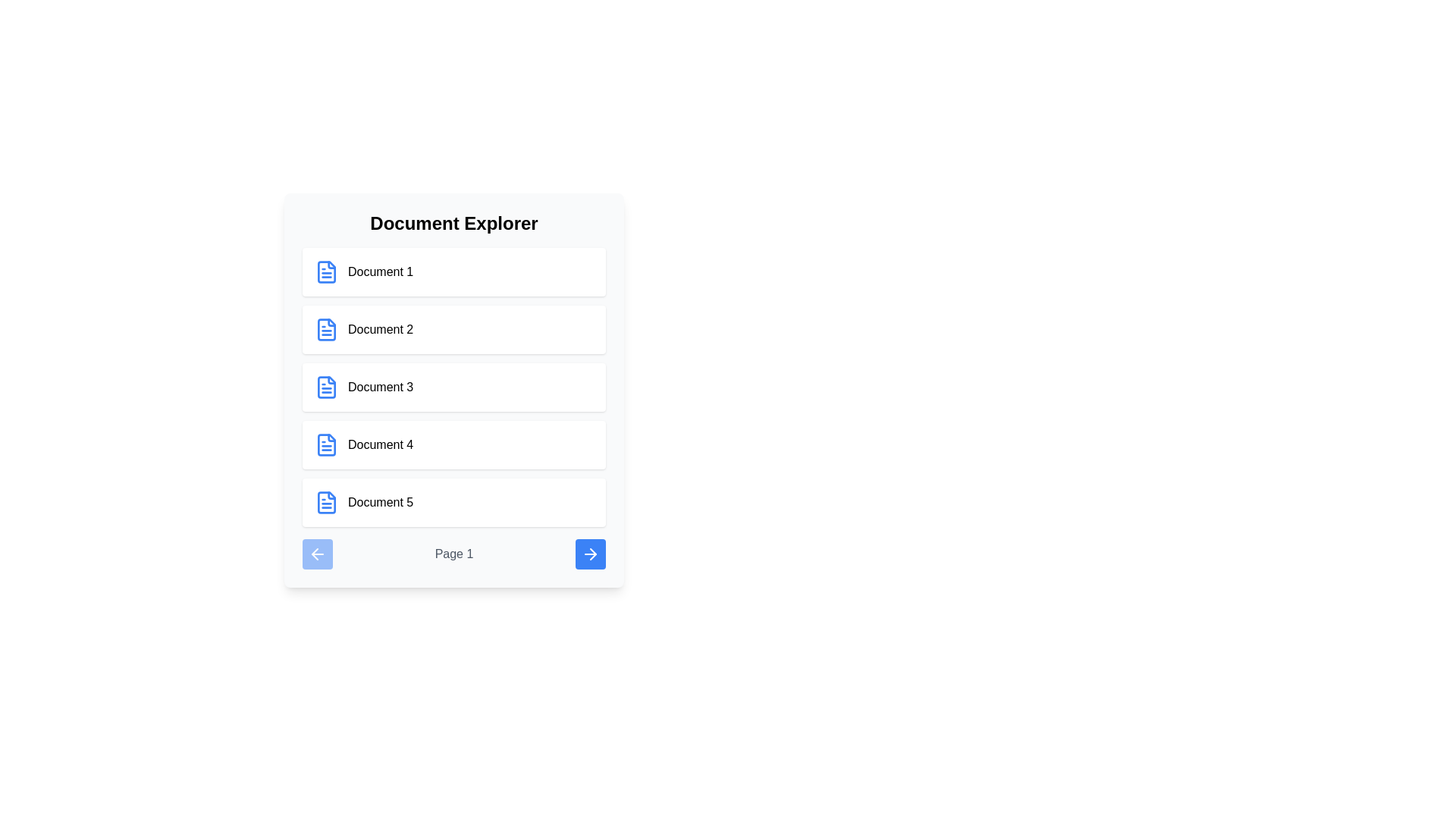 The height and width of the screenshot is (819, 1456). What do you see at coordinates (326, 444) in the screenshot?
I see `the icon representing 'Document 4'` at bounding box center [326, 444].